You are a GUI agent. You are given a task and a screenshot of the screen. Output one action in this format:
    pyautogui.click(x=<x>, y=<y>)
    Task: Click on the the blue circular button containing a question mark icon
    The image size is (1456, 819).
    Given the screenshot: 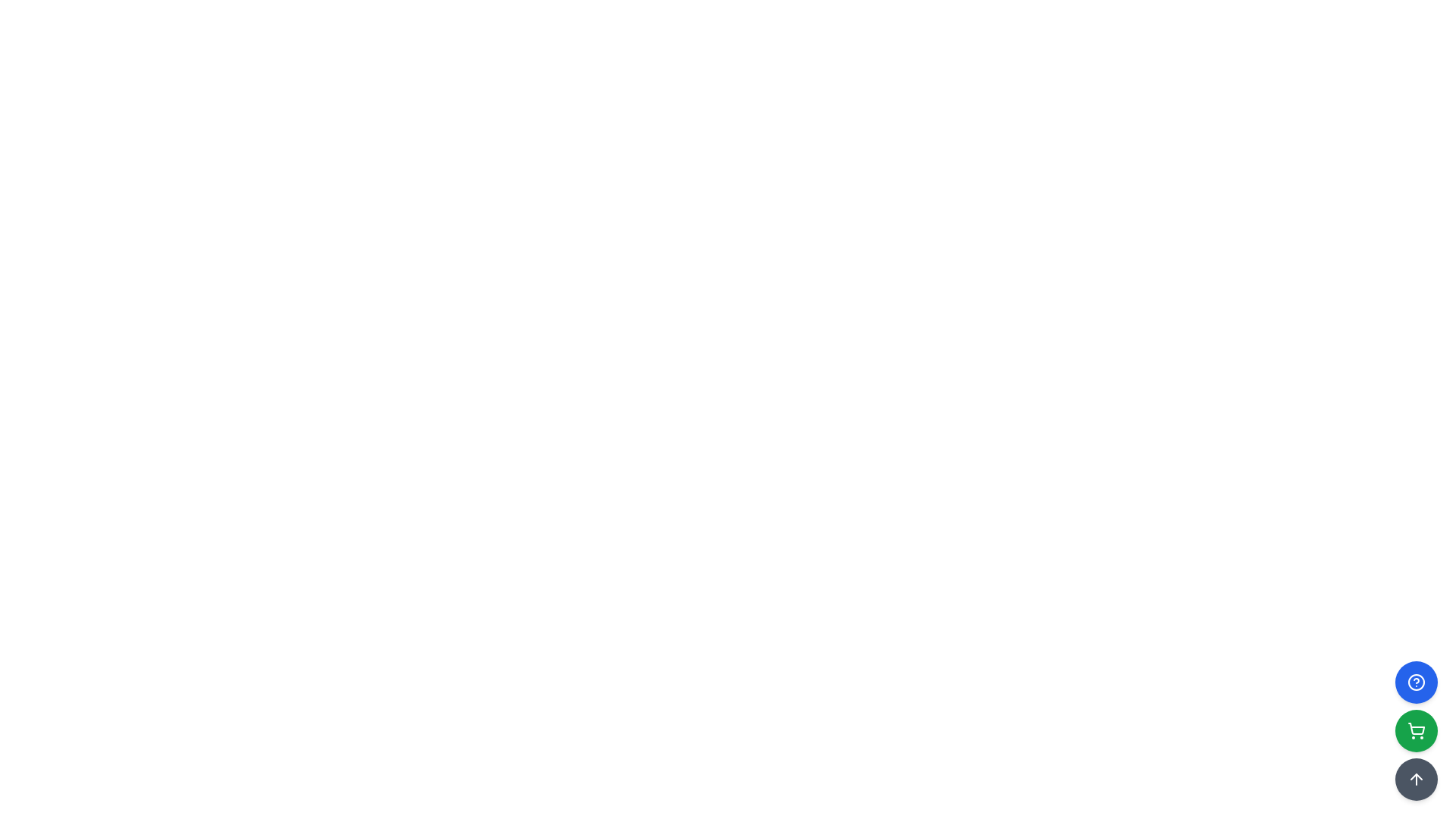 What is the action you would take?
    pyautogui.click(x=1415, y=681)
    